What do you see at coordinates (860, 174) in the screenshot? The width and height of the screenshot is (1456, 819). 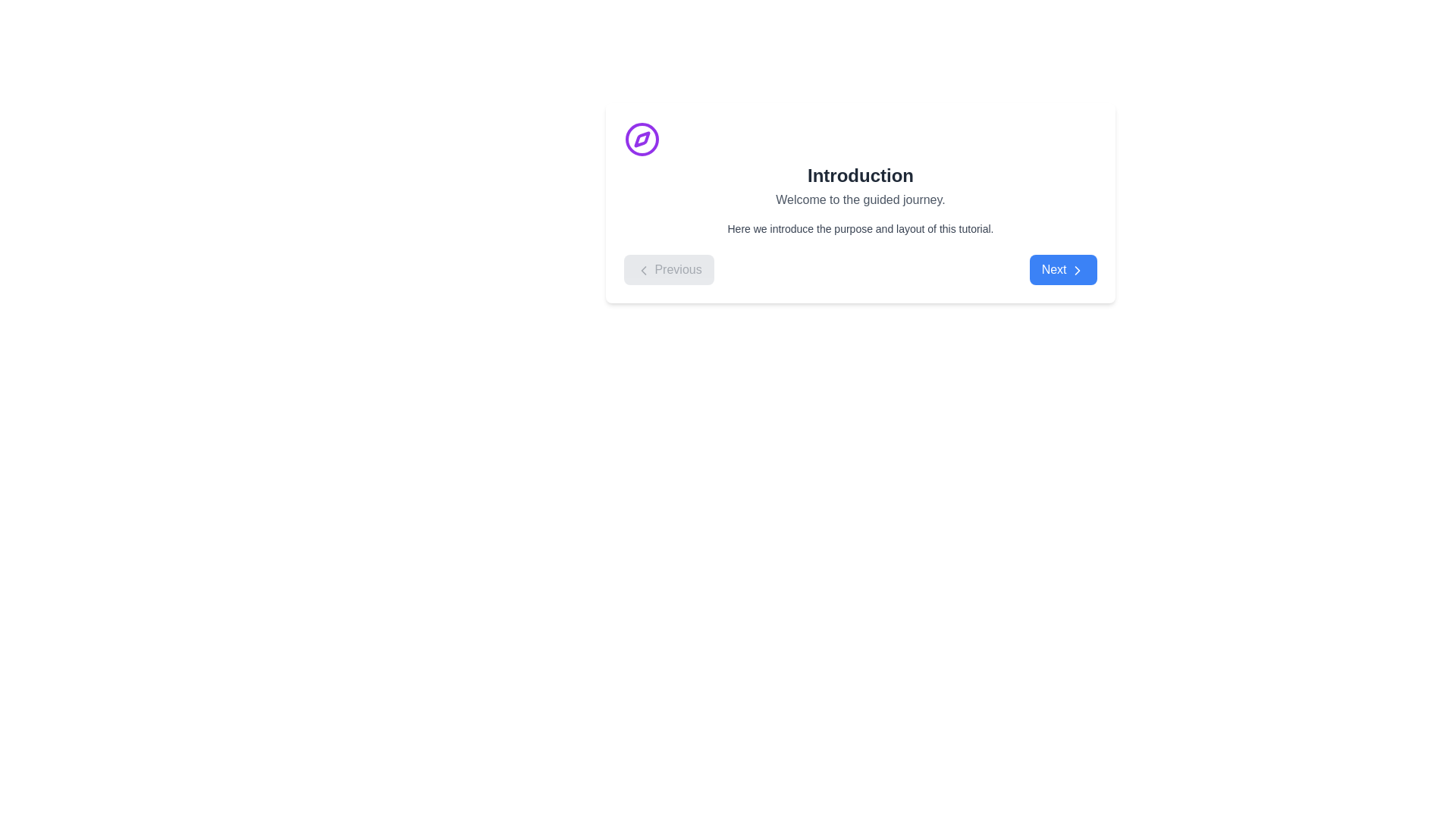 I see `the heading element styled with bold, large font that says 'Introduction', located centrally above the sentence 'Welcome to the guided journey'` at bounding box center [860, 174].